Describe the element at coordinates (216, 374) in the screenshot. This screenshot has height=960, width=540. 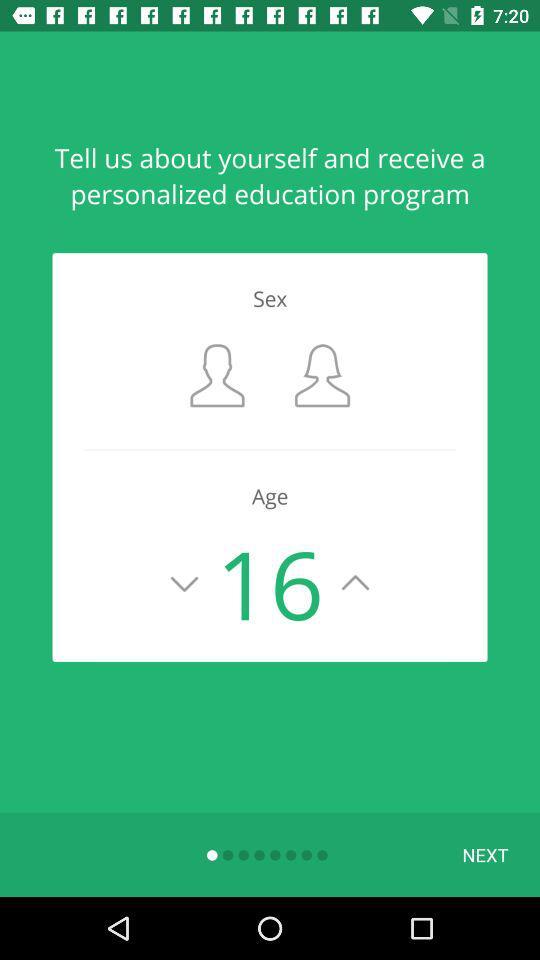
I see `the avatar icon` at that location.